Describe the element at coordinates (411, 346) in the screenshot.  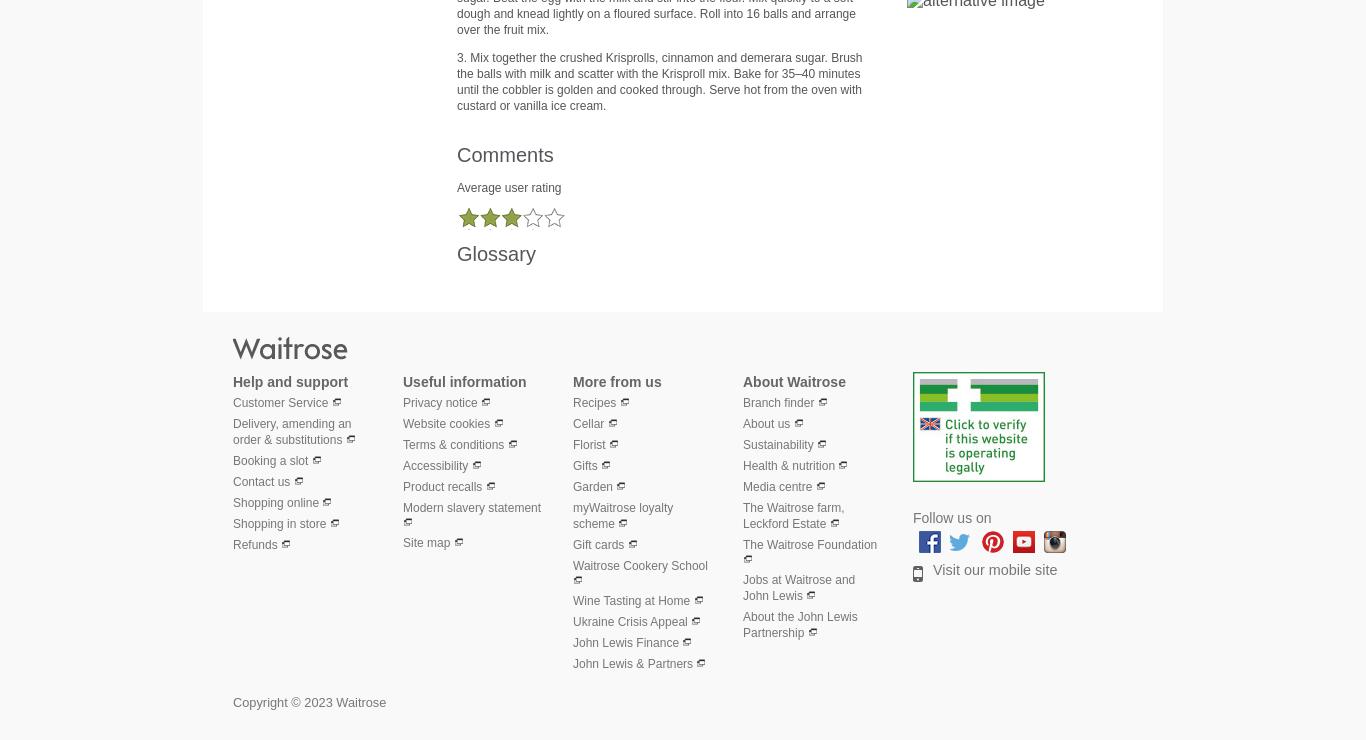
I see `'Waitrose'` at that location.